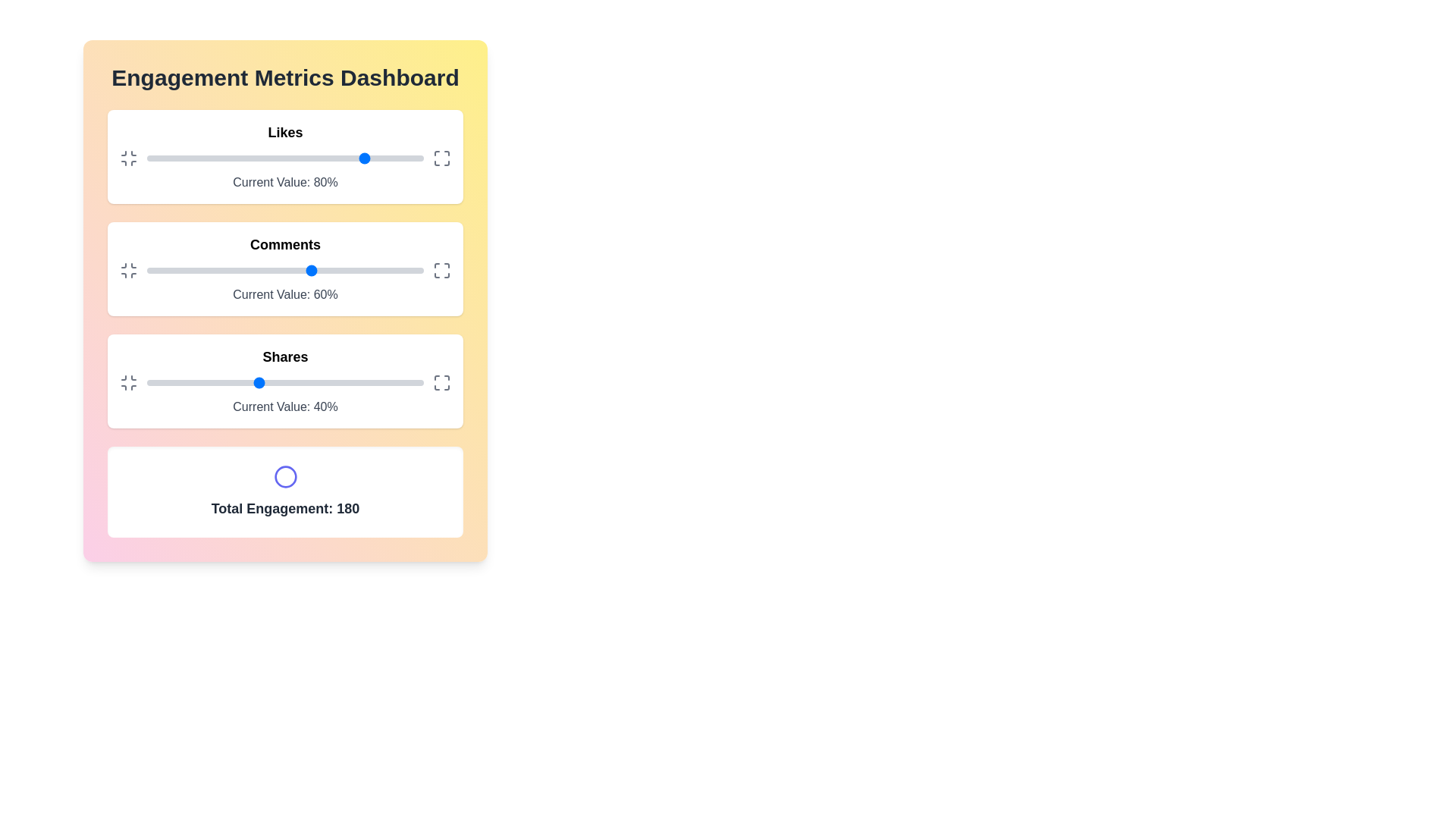 The image size is (1456, 819). Describe the element at coordinates (441, 158) in the screenshot. I see `the maximize icon button located at the top right corner of the first section of the dashboard, next to the 'Current Value: 80%' slider` at that location.